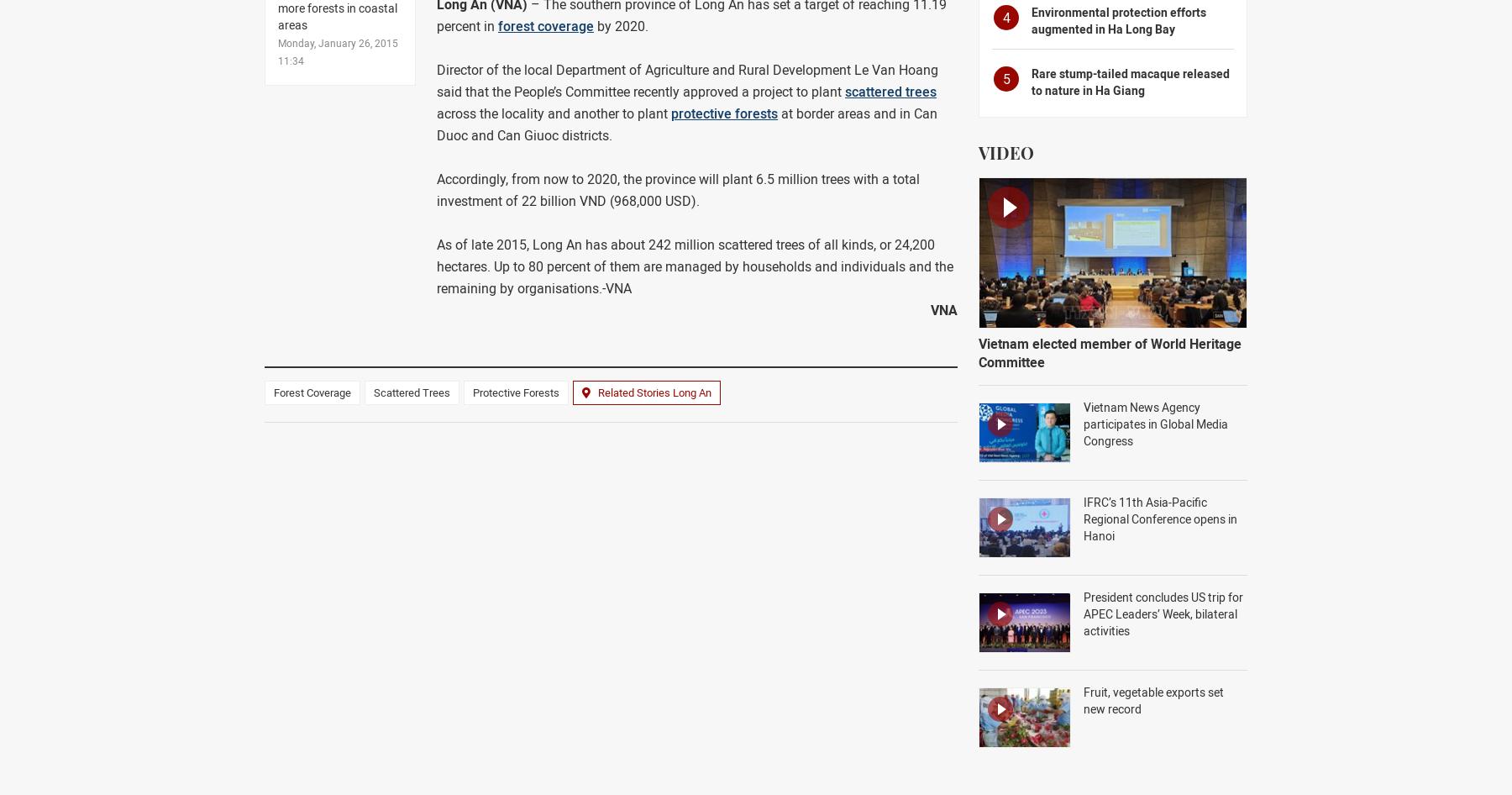 Image resolution: width=1512 pixels, height=795 pixels. Describe the element at coordinates (593, 25) in the screenshot. I see `'by 2020.'` at that location.